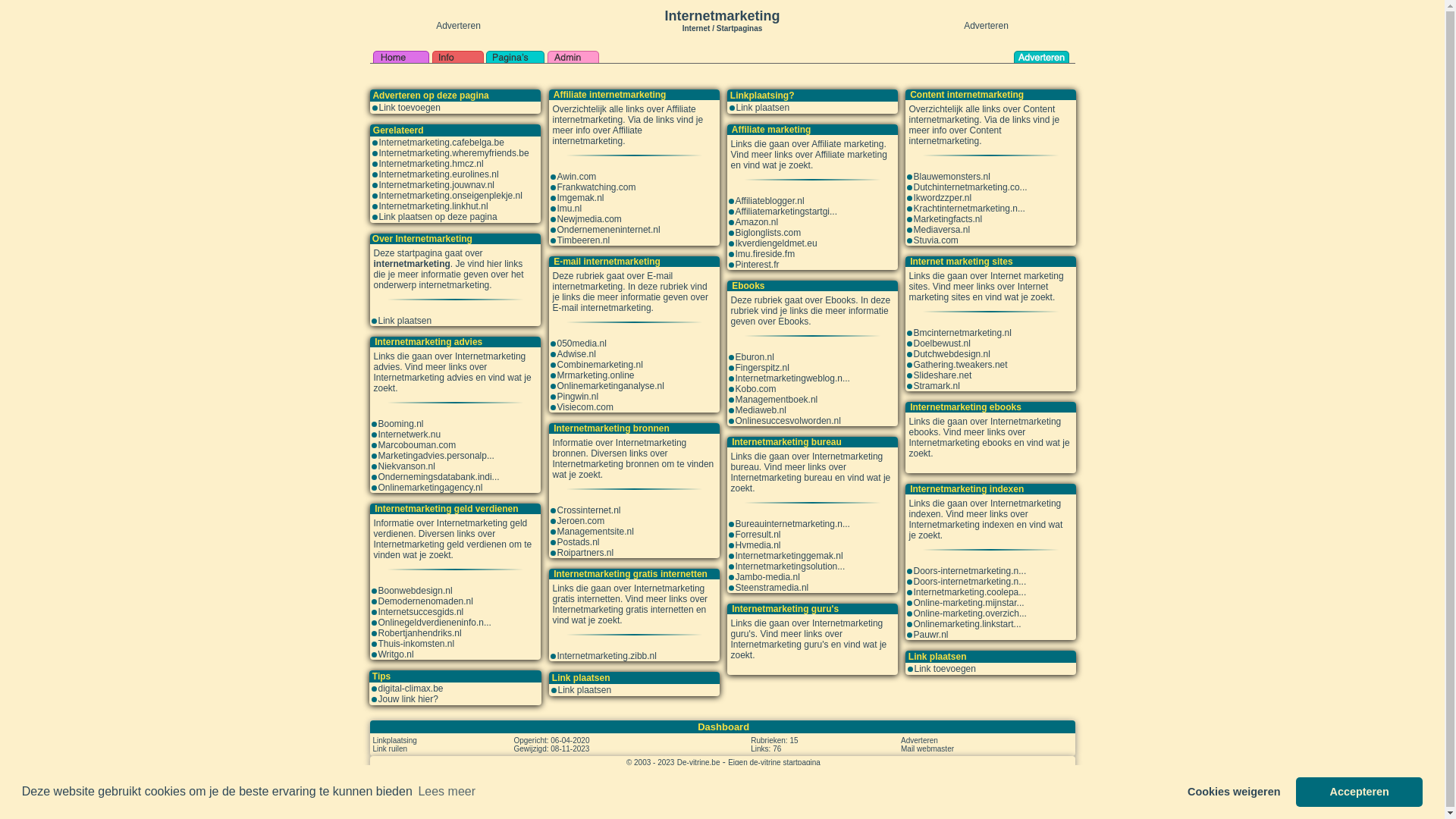 This screenshot has width=1456, height=819. I want to click on 'Internetwerk.nu', so click(409, 435).